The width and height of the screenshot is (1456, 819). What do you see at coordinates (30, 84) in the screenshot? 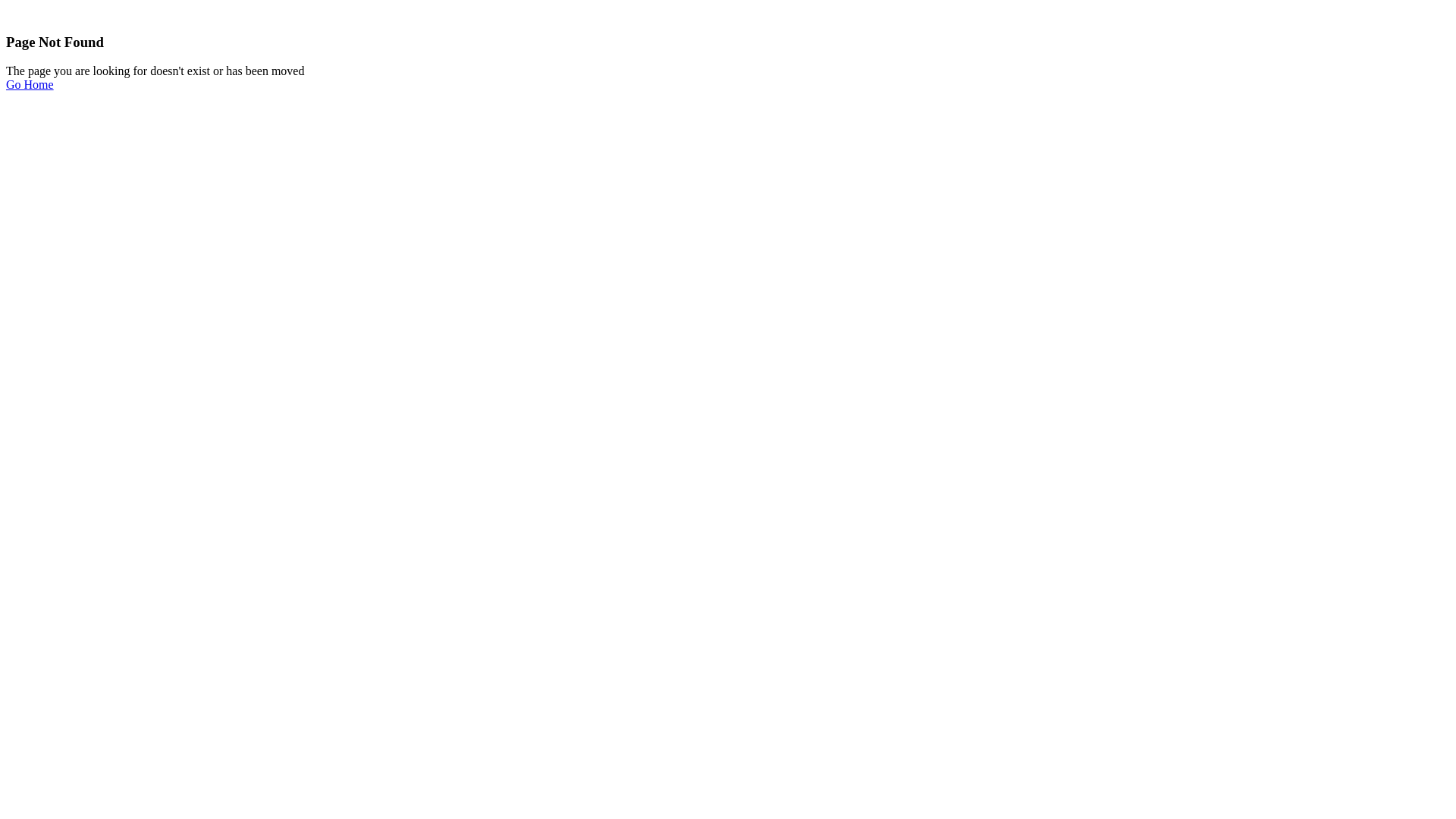
I see `'Go Home'` at bounding box center [30, 84].